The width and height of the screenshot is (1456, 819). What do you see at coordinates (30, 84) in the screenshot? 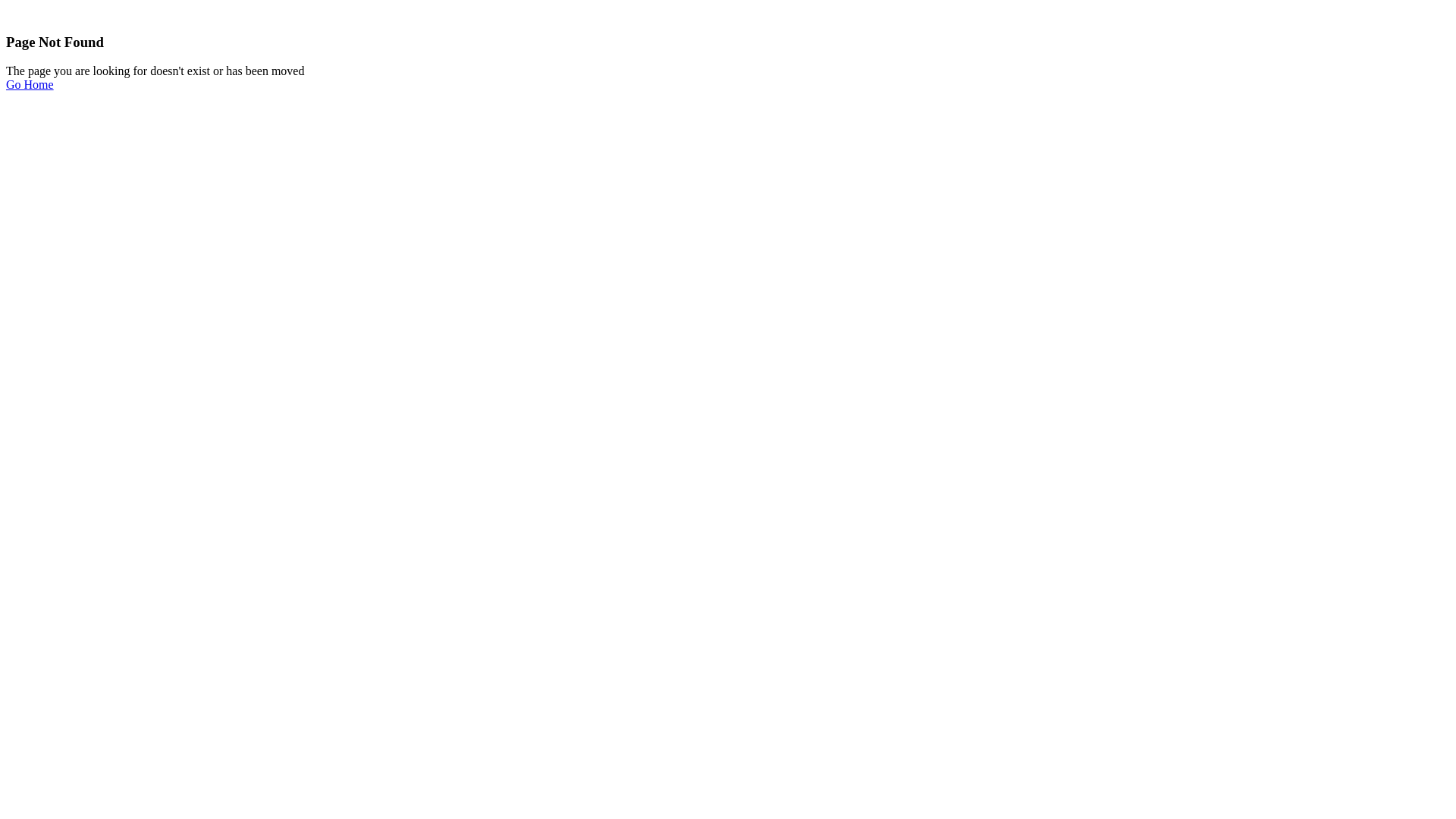
I see `'Go Home'` at bounding box center [30, 84].